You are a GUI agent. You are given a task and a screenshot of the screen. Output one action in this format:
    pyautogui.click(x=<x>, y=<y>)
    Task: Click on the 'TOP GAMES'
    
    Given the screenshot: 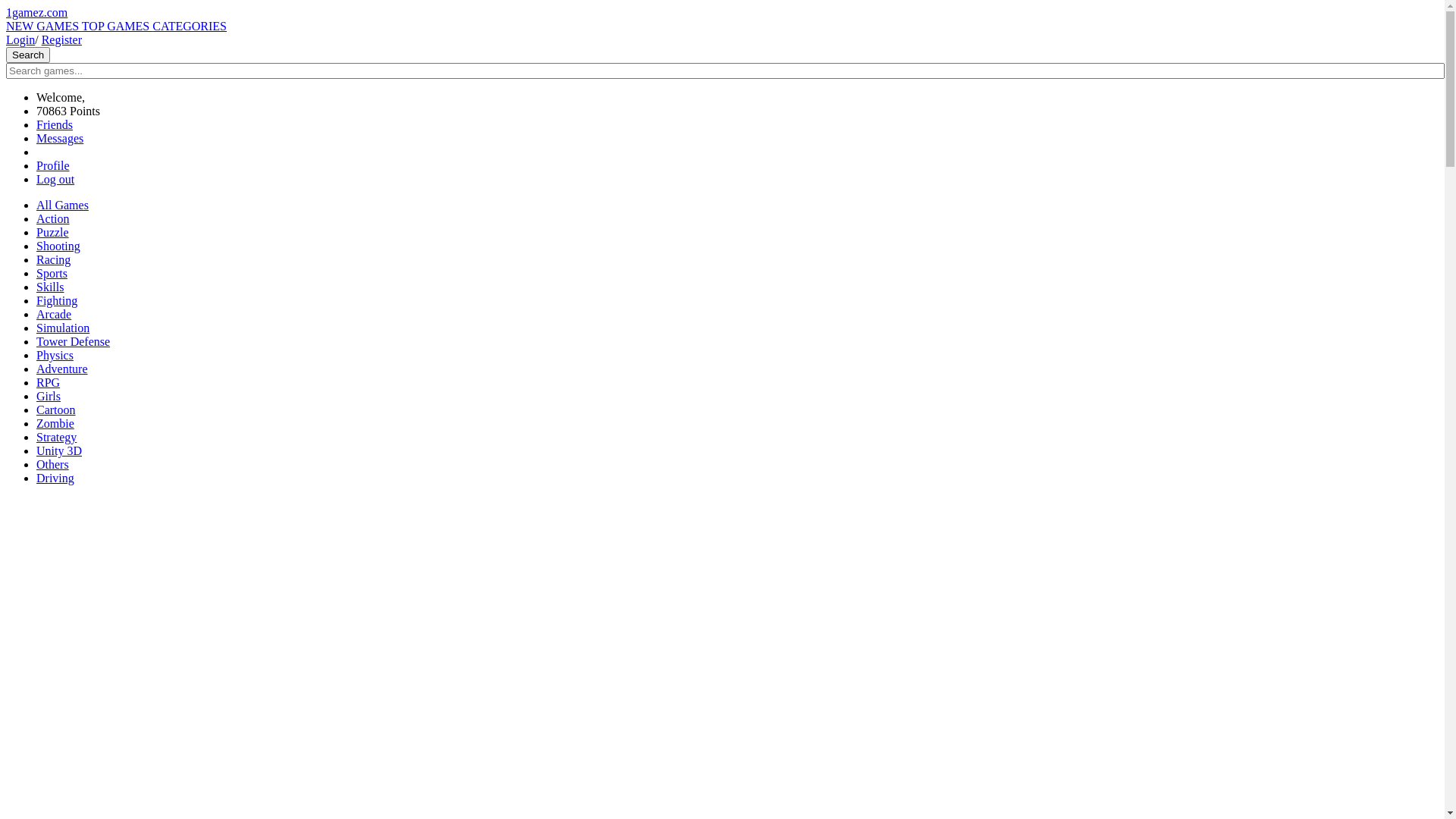 What is the action you would take?
    pyautogui.click(x=116, y=26)
    